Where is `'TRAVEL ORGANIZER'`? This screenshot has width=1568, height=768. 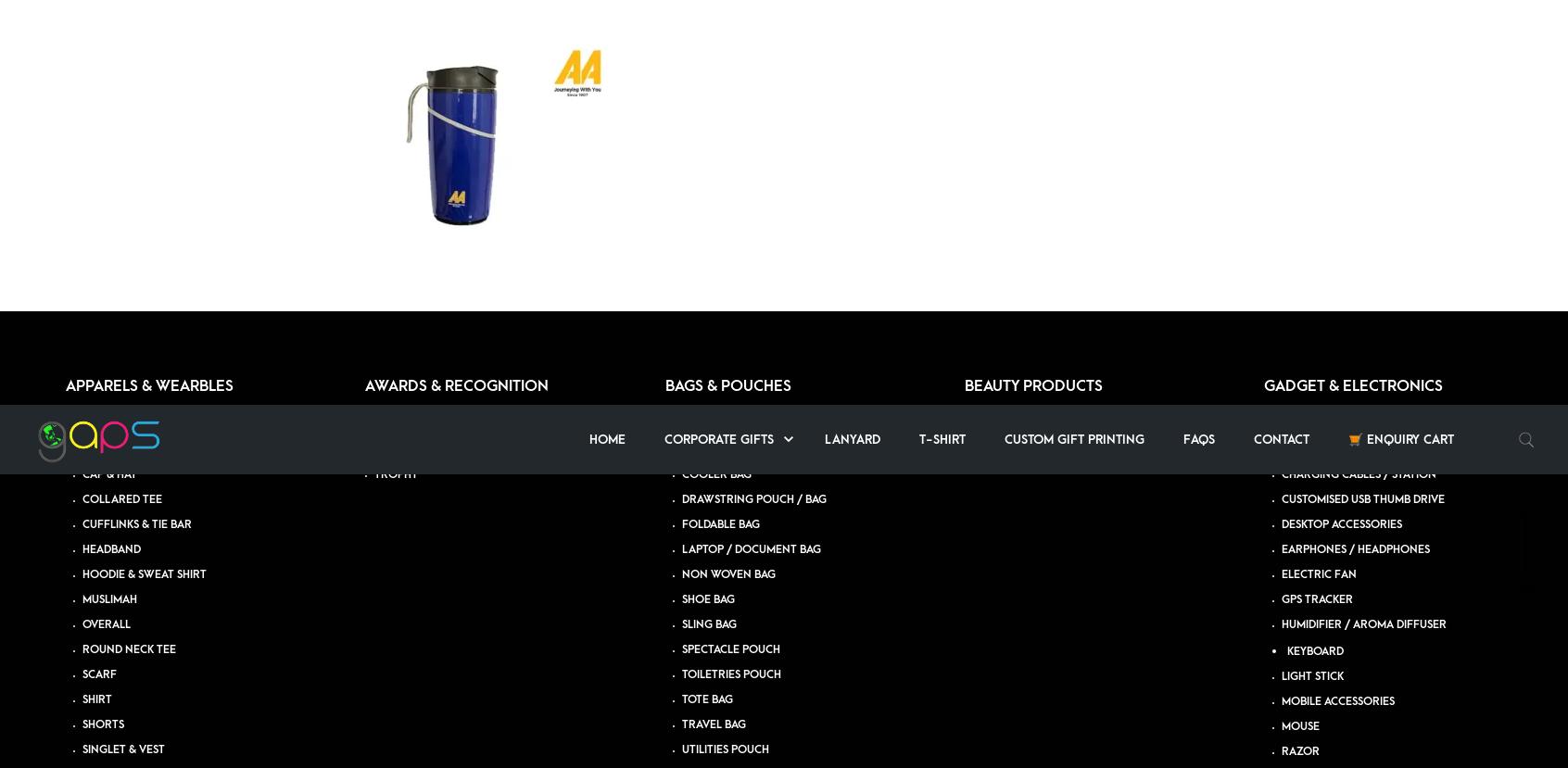 'TRAVEL ORGANIZER' is located at coordinates (1334, 36).